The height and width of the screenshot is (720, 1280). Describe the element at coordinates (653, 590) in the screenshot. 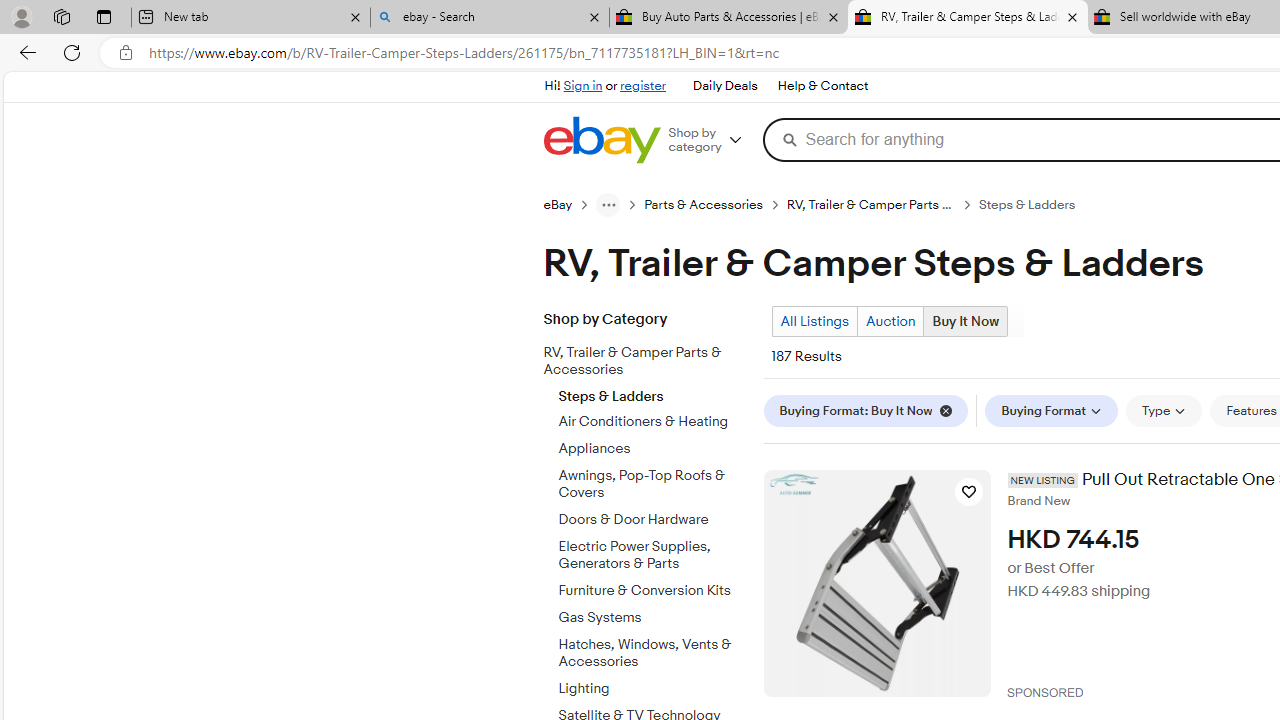

I see `'Furniture & Conversion Kits'` at that location.